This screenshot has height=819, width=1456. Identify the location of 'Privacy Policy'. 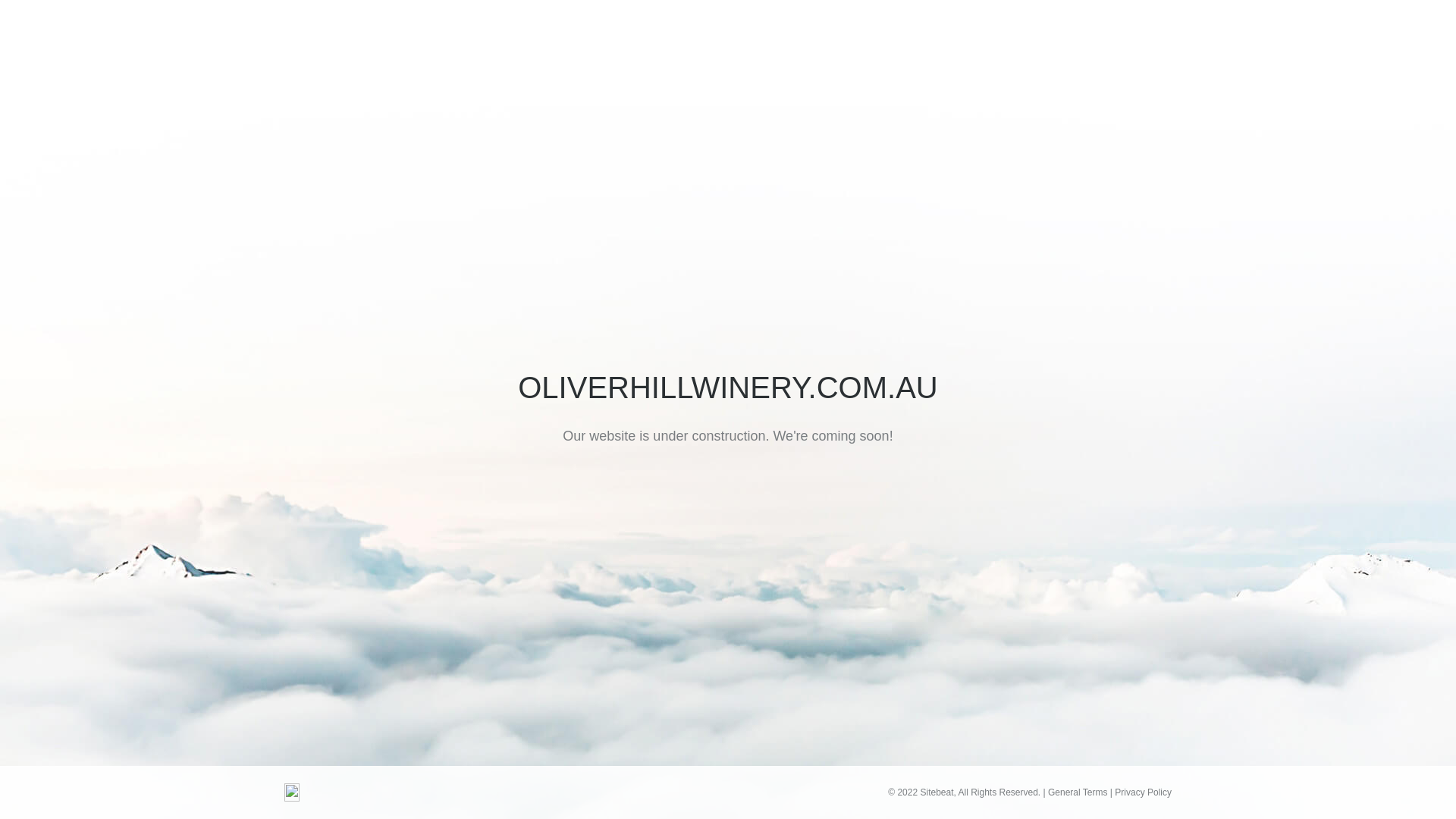
(1143, 792).